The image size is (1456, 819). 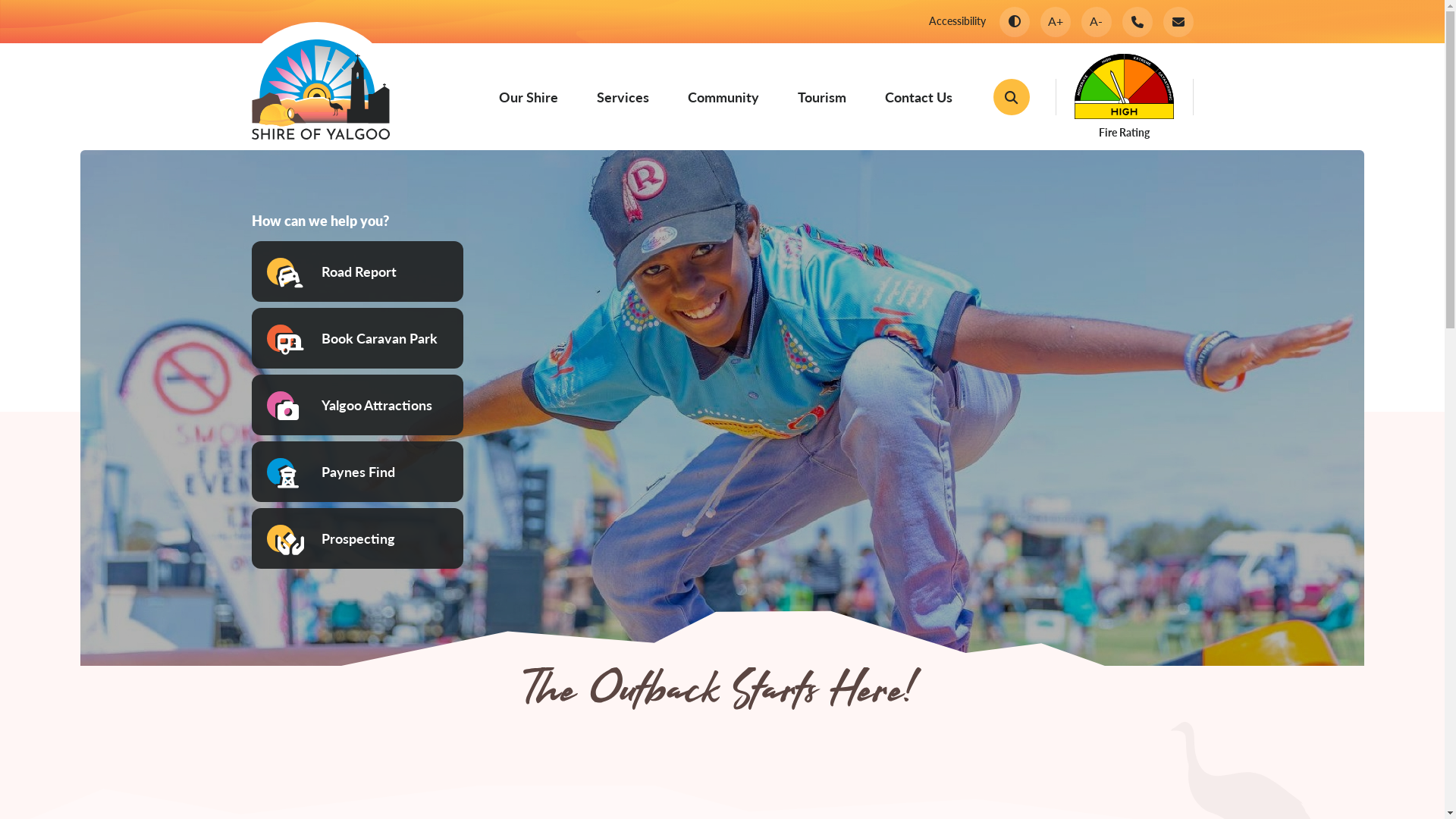 What do you see at coordinates (1178, 20) in the screenshot?
I see `'Email the Shire of Yalgoo'` at bounding box center [1178, 20].